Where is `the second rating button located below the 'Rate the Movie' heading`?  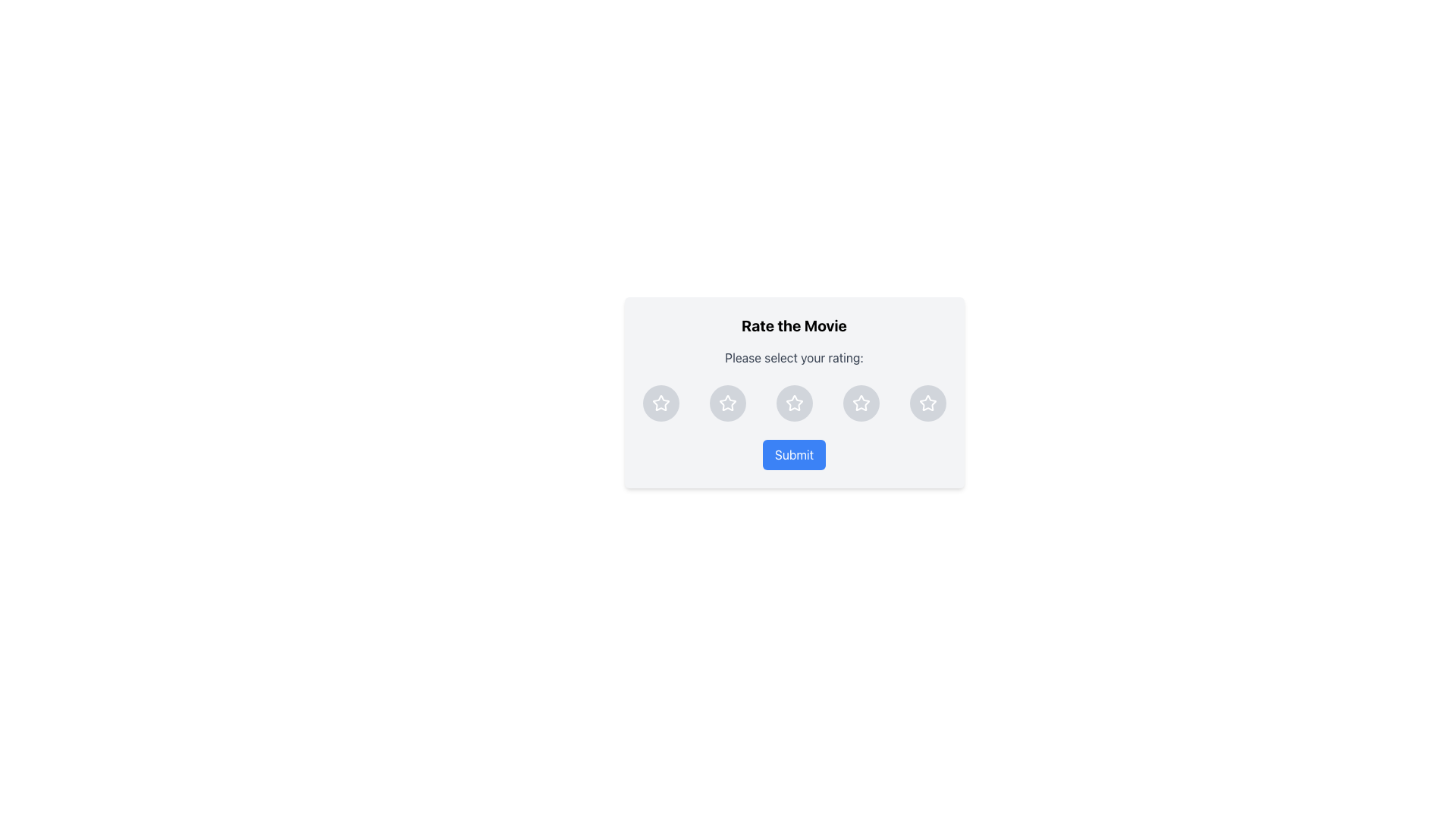
the second rating button located below the 'Rate the Movie' heading is located at coordinates (726, 403).